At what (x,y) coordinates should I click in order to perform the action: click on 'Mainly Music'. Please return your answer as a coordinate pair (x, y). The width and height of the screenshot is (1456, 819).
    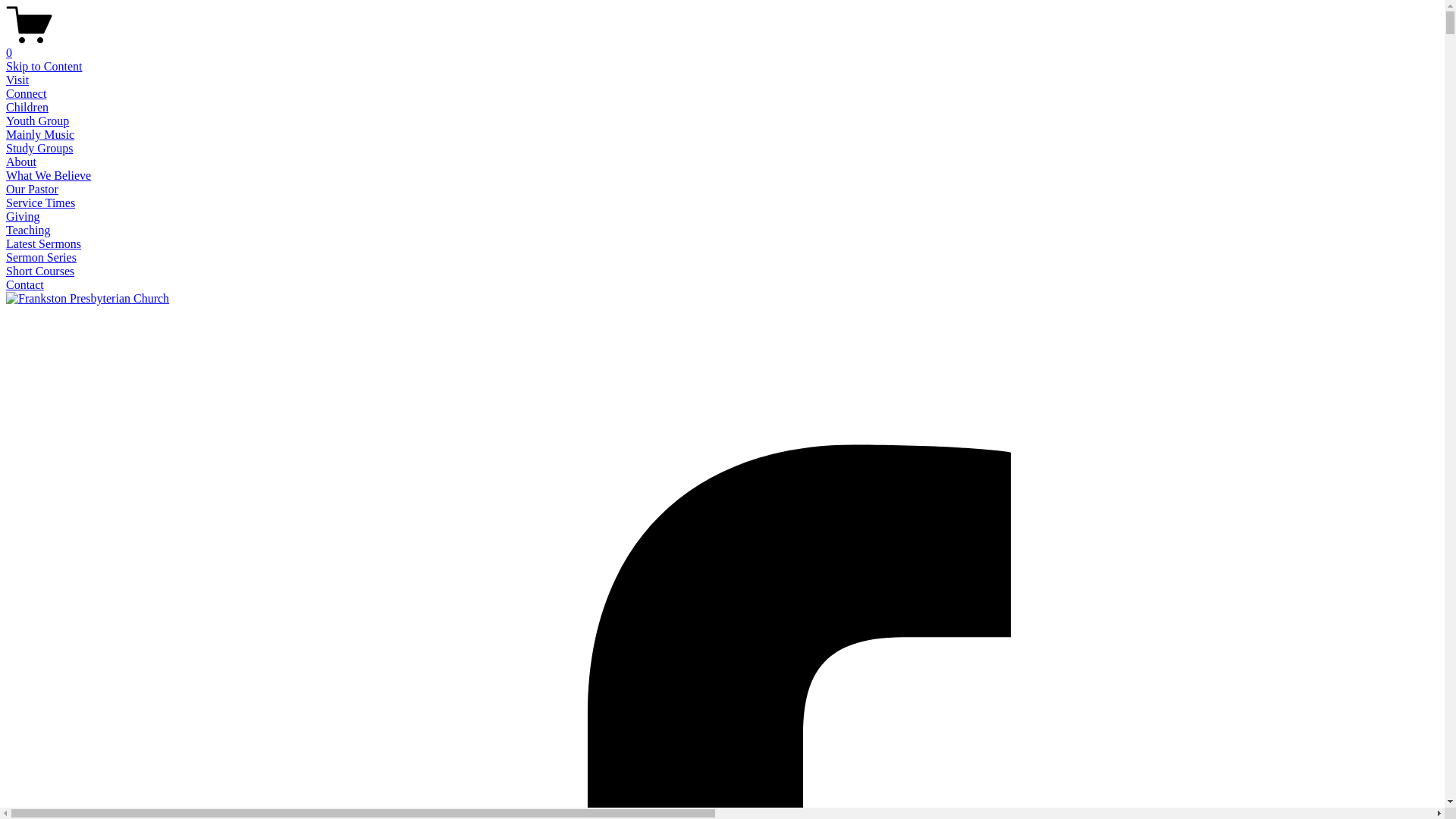
    Looking at the image, I should click on (6, 133).